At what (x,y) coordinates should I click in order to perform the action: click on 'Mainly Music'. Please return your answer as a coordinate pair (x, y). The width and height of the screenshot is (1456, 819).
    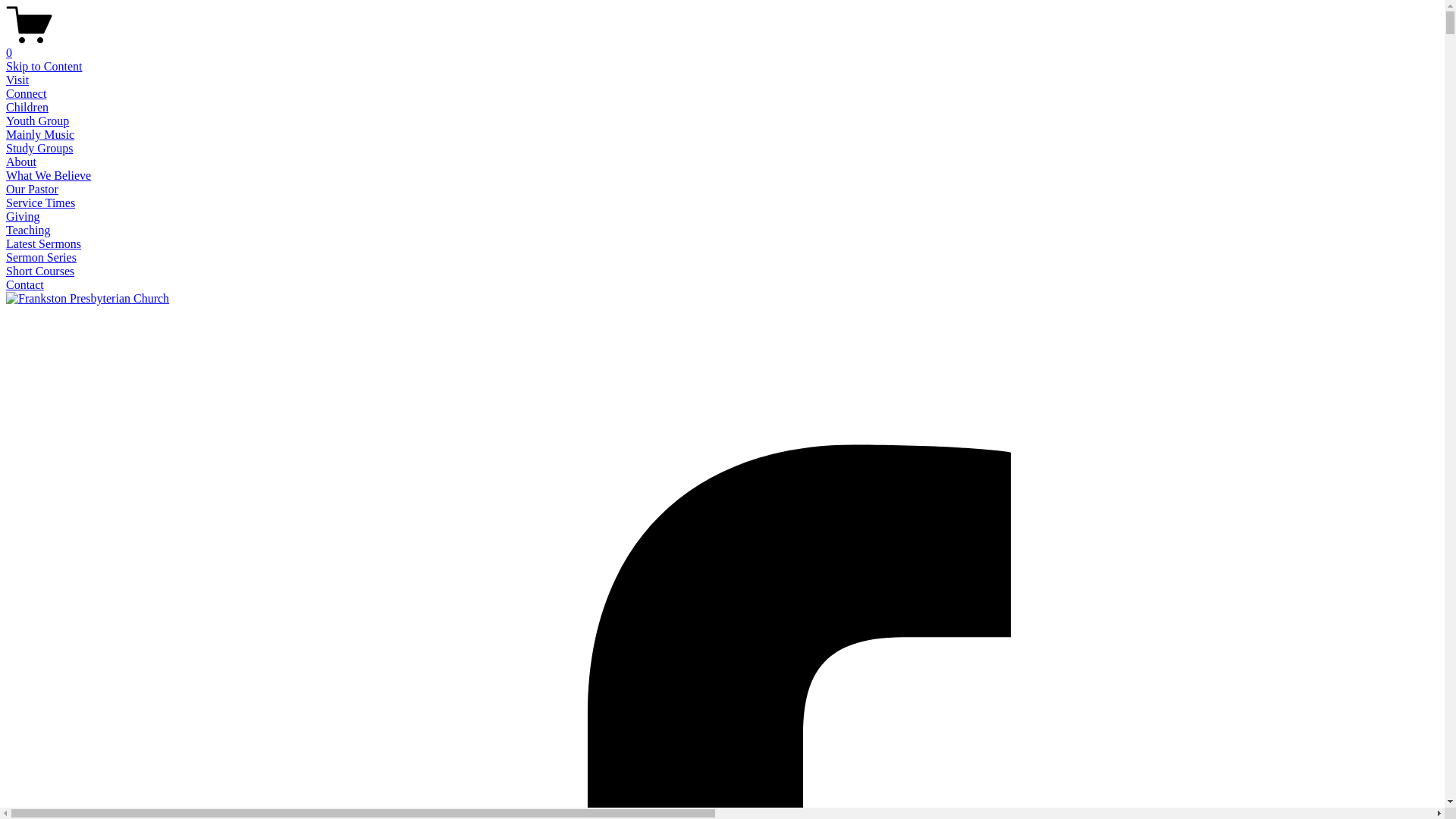
    Looking at the image, I should click on (6, 133).